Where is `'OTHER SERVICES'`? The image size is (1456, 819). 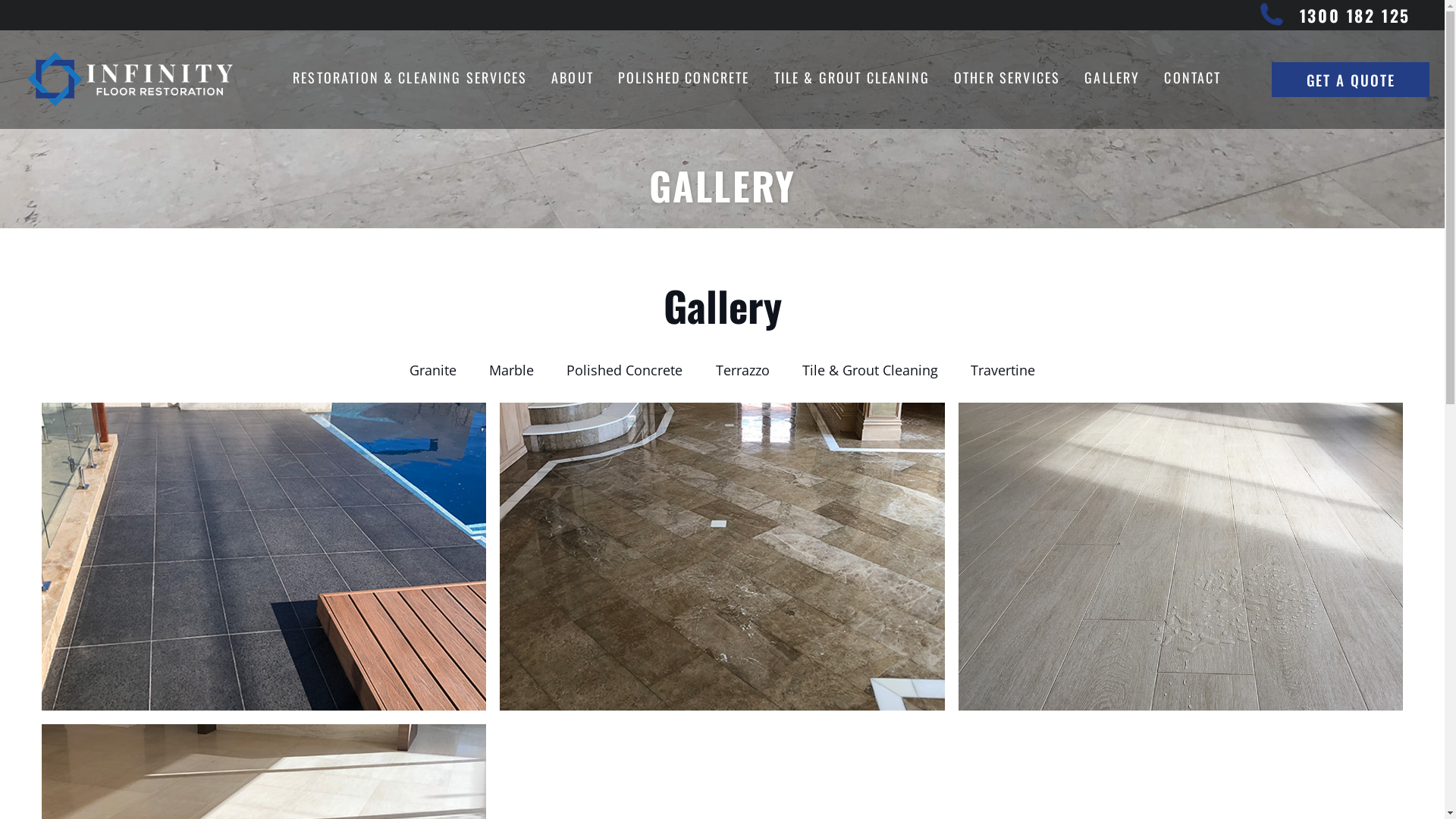 'OTHER SERVICES' is located at coordinates (941, 79).